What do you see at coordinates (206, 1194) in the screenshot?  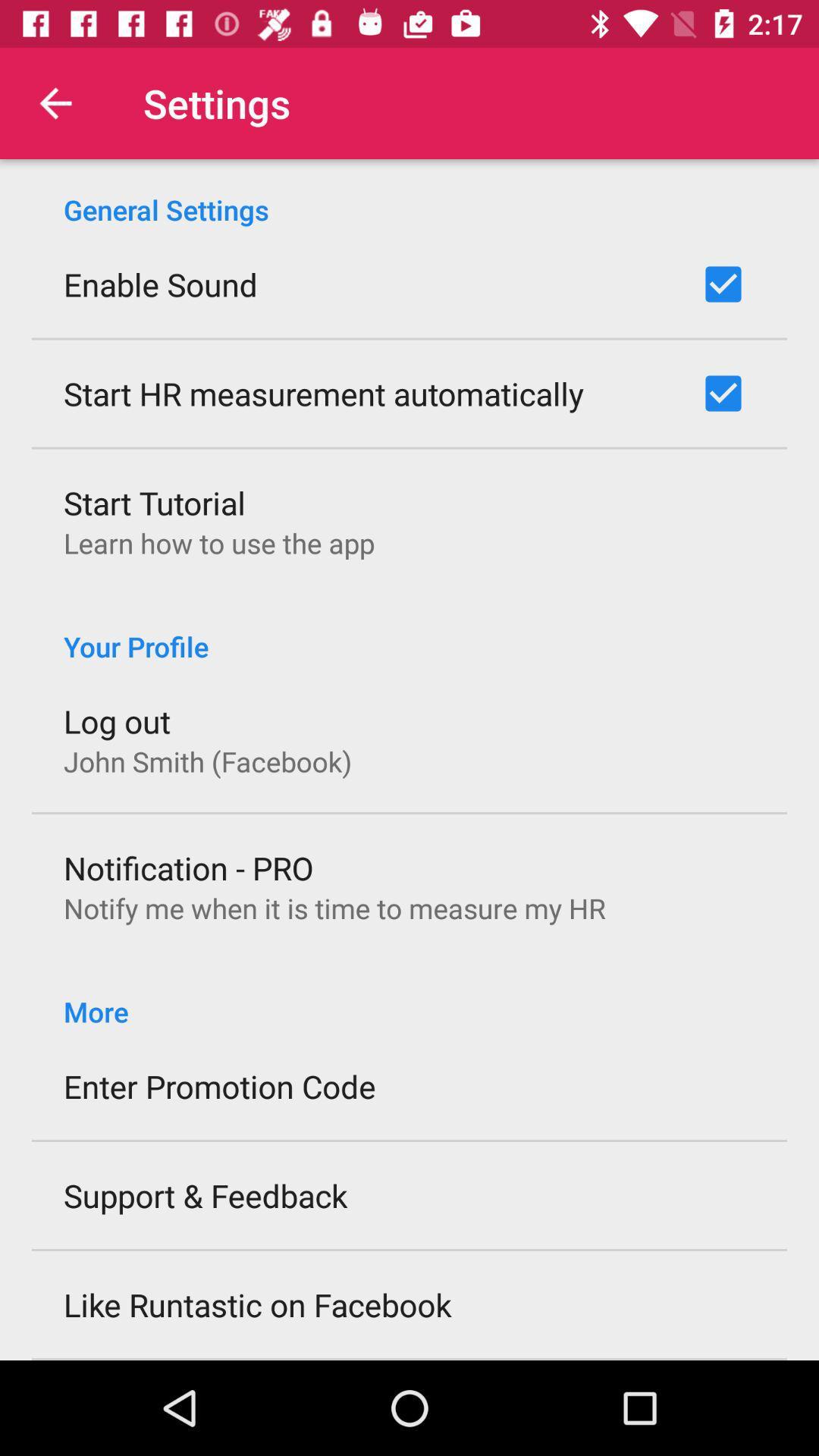 I see `the icon below enter promotion code icon` at bounding box center [206, 1194].